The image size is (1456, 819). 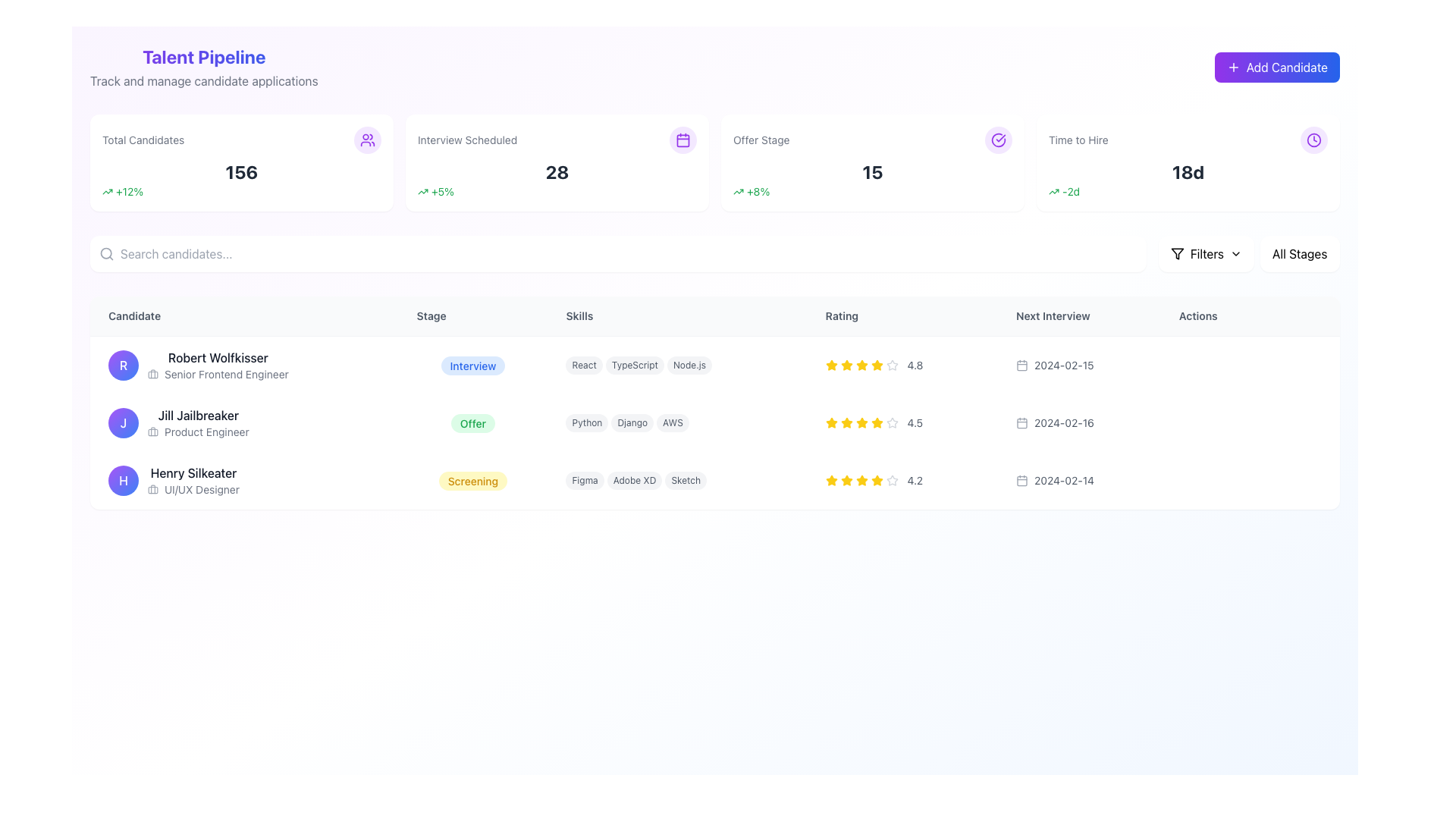 What do you see at coordinates (217, 374) in the screenshot?
I see `the Text label displaying the job title of the candidate 'Robert Wolfkisser', located below the candidate's name in the 'Candidate' column of the table` at bounding box center [217, 374].